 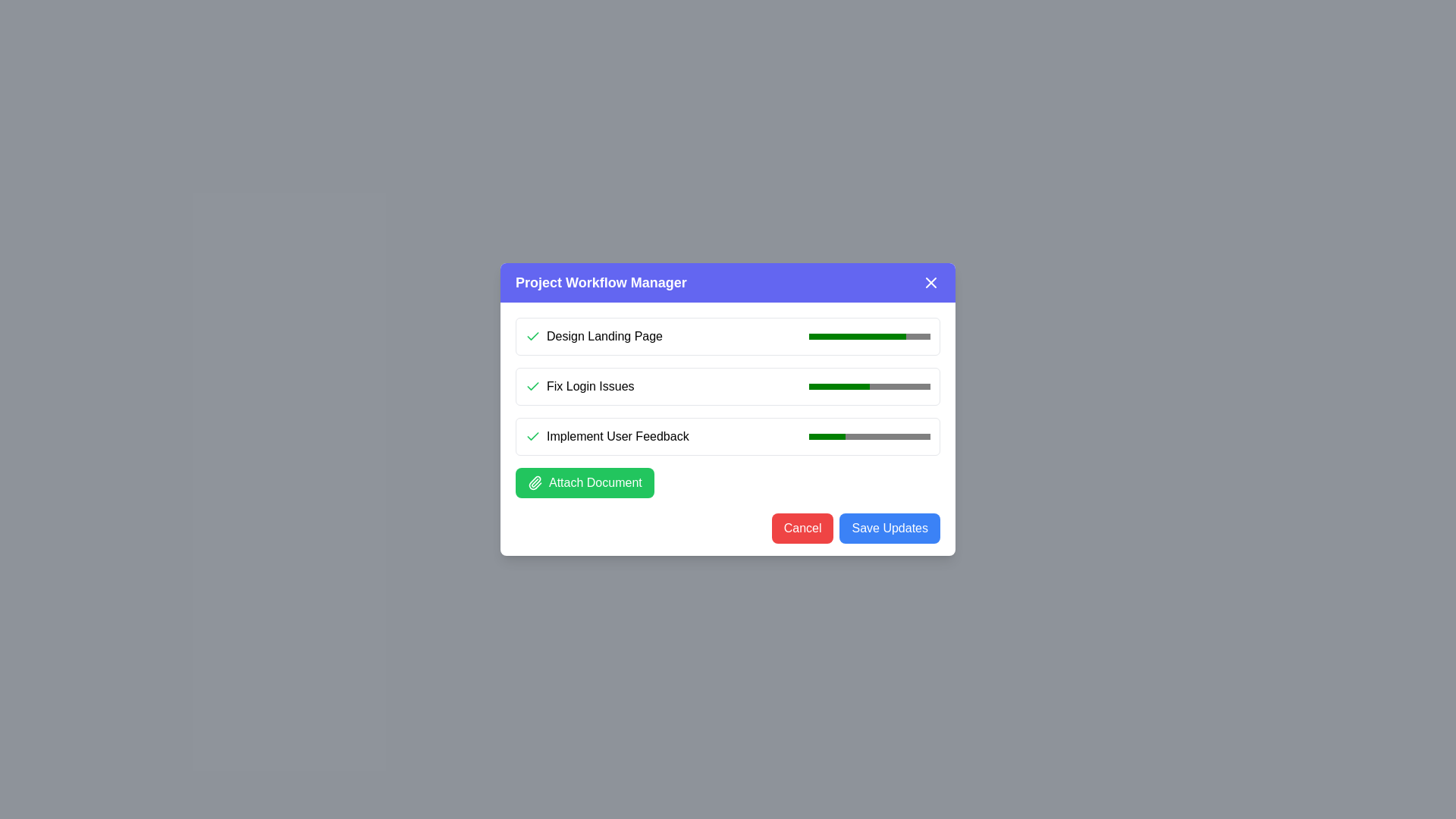 I want to click on the percentage of completion of the progress bar located in the 'Fix Login Issues' section, which is a thin, horizontally rectangular strip with rounded ends, so click(x=870, y=385).